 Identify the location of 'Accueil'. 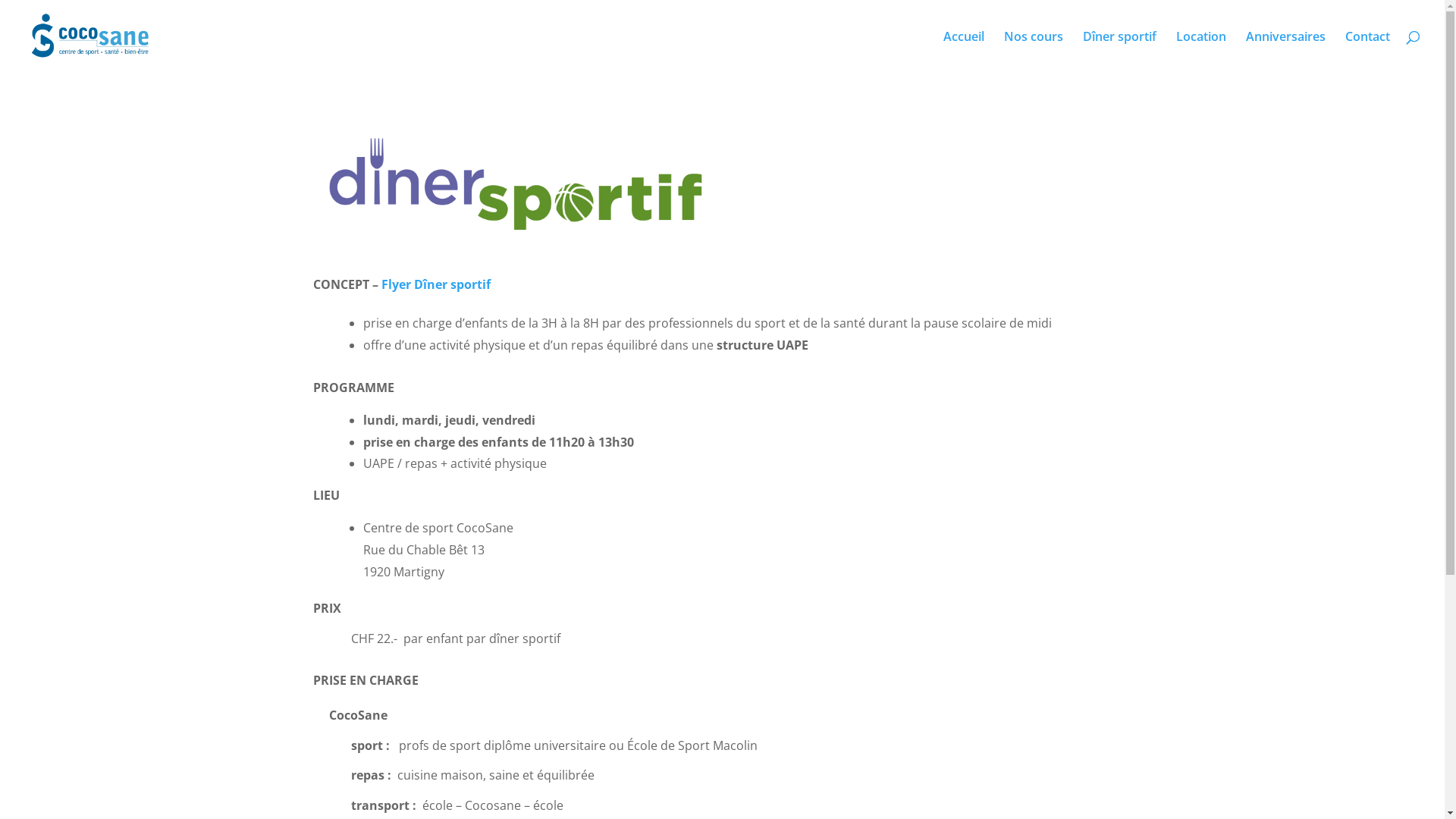
(963, 51).